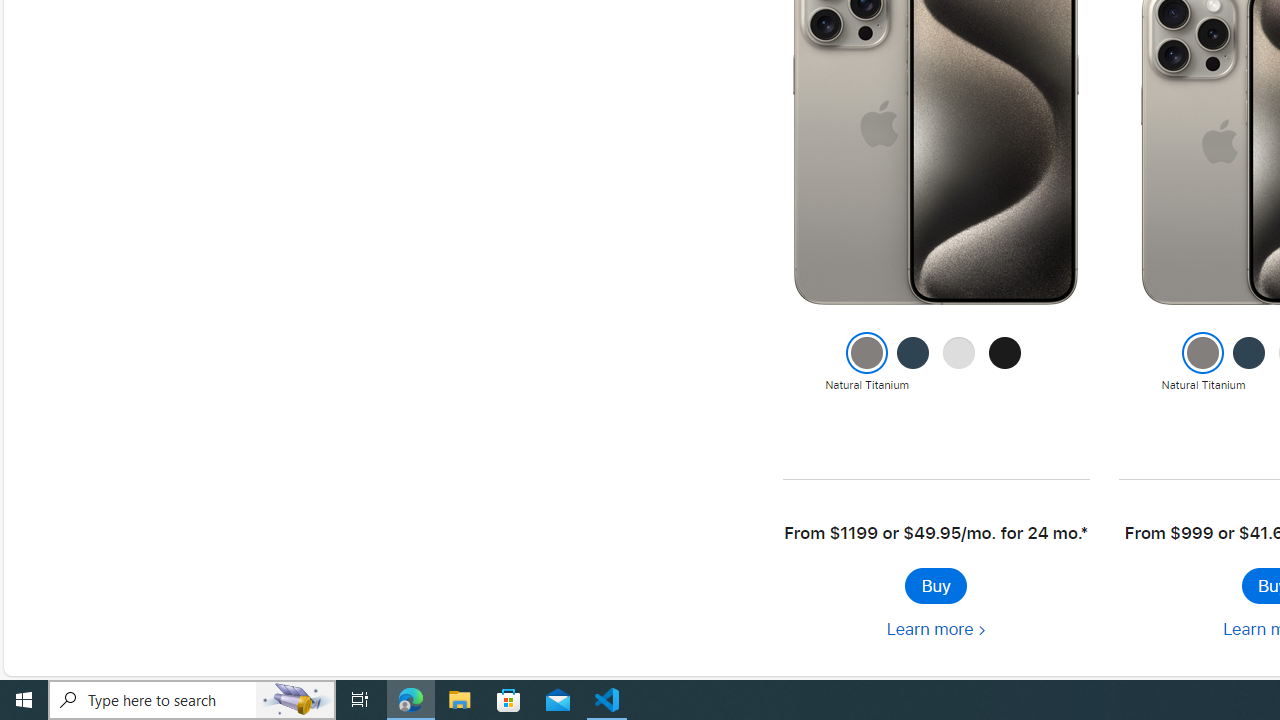 This screenshot has height=720, width=1280. What do you see at coordinates (958, 363) in the screenshot?
I see `'White Titanium'` at bounding box center [958, 363].